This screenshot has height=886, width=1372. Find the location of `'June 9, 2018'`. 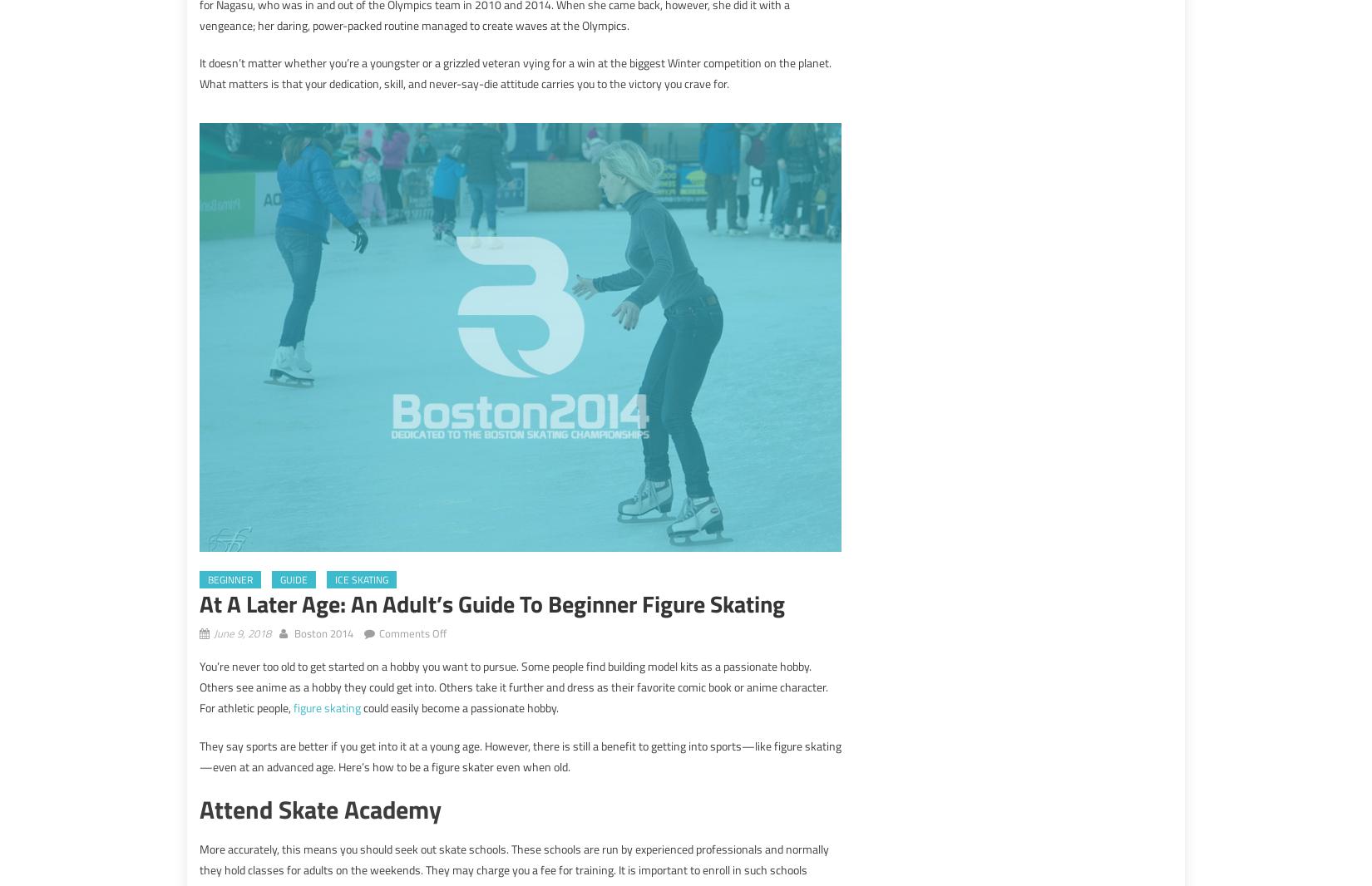

'June 9, 2018' is located at coordinates (242, 632).